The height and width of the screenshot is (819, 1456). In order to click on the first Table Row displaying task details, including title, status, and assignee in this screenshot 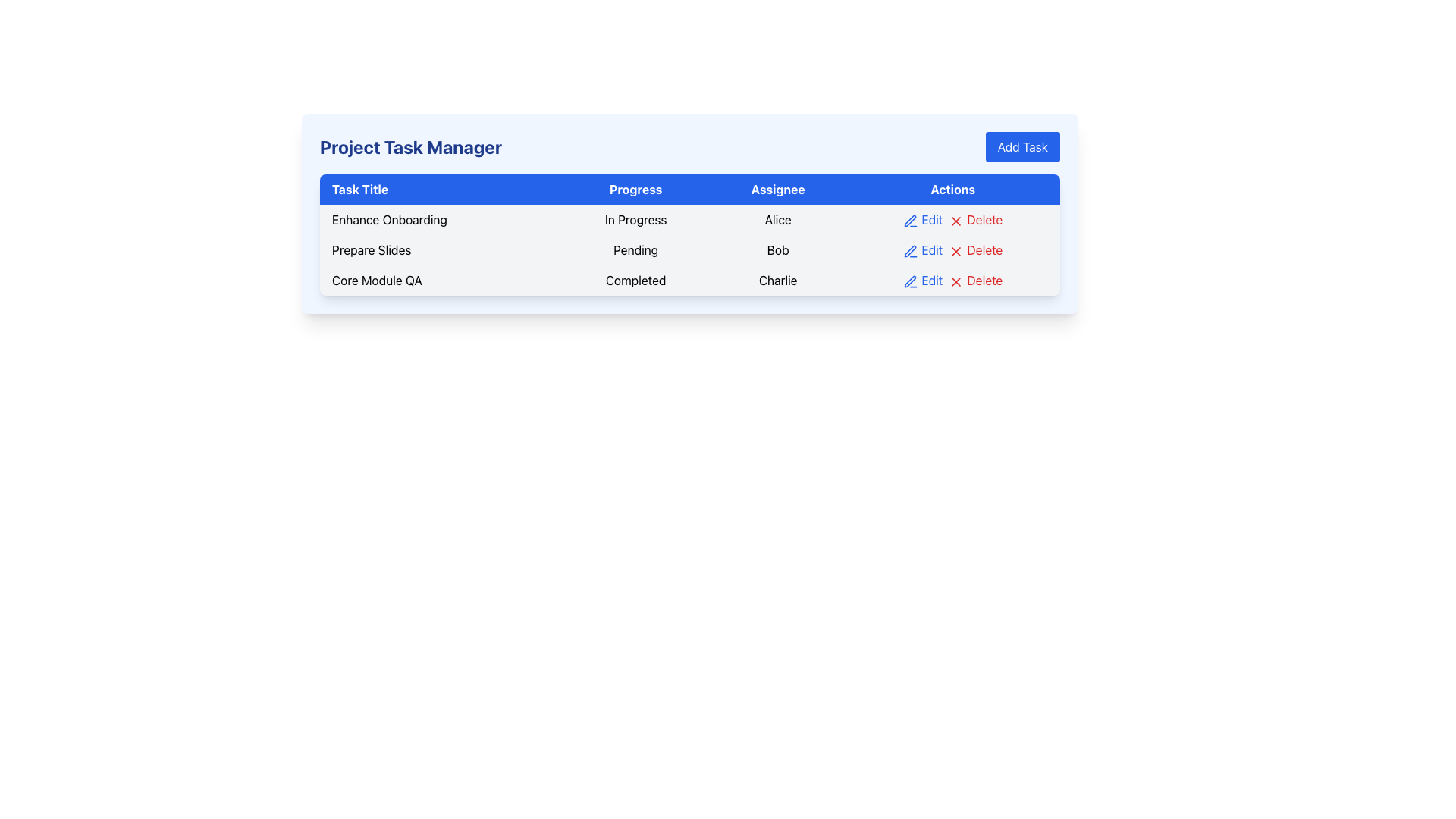, I will do `click(689, 219)`.